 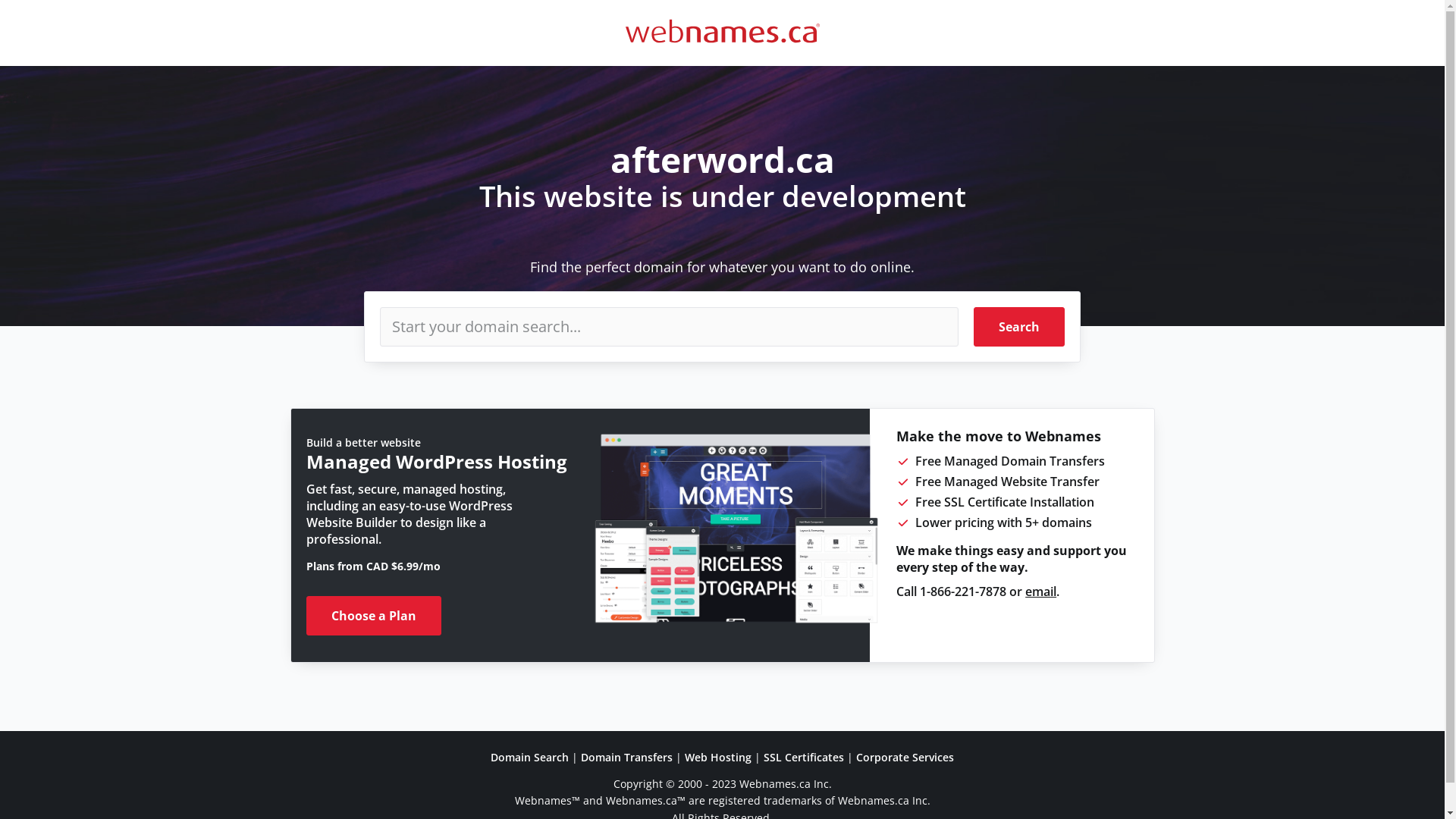 I want to click on '1-866-221-7878', so click(x=962, y=590).